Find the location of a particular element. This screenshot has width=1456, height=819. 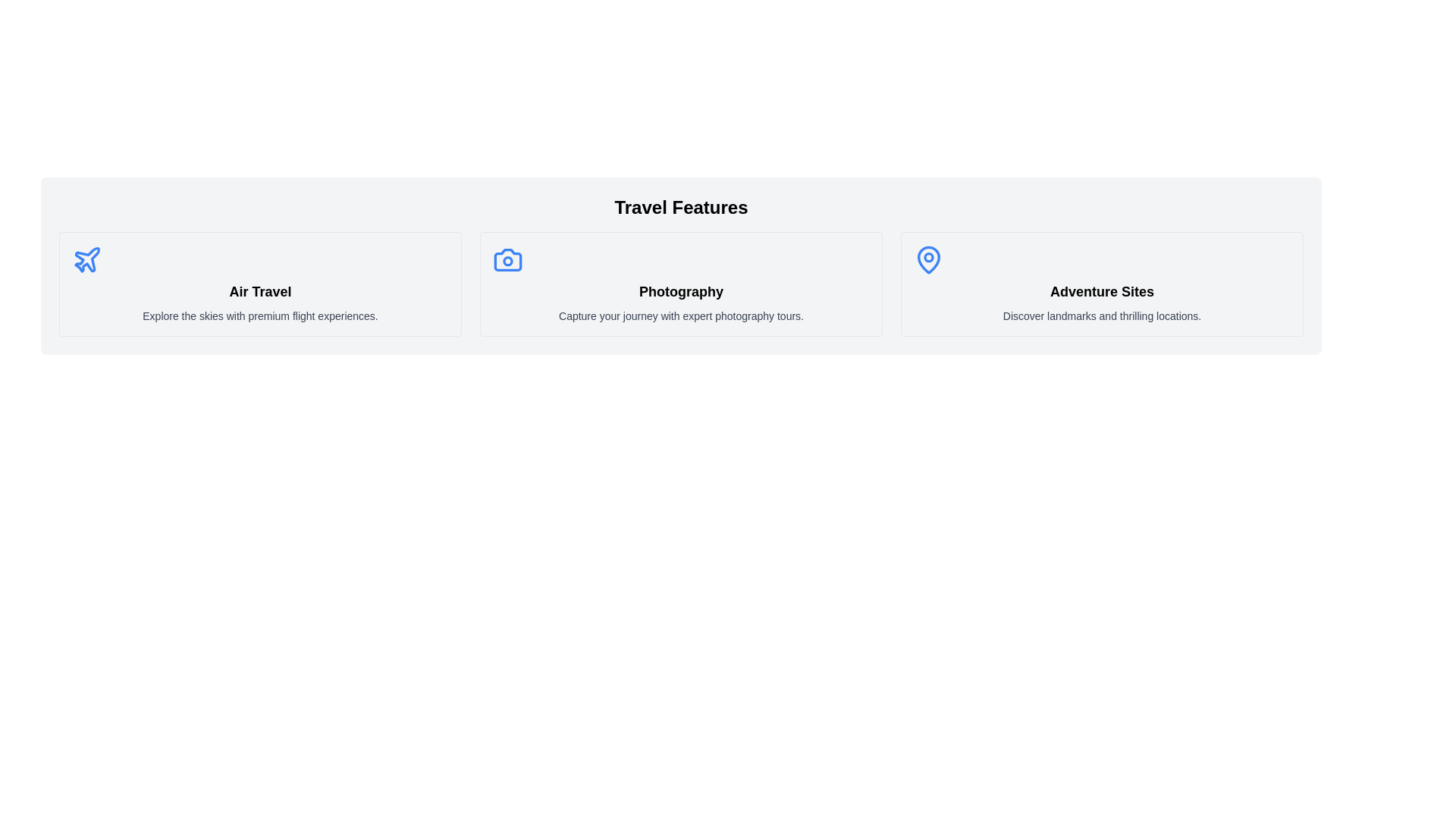

the descriptive text paragraph located beneath the 'Air Travel' heading in the first section of travel feature types is located at coordinates (260, 315).